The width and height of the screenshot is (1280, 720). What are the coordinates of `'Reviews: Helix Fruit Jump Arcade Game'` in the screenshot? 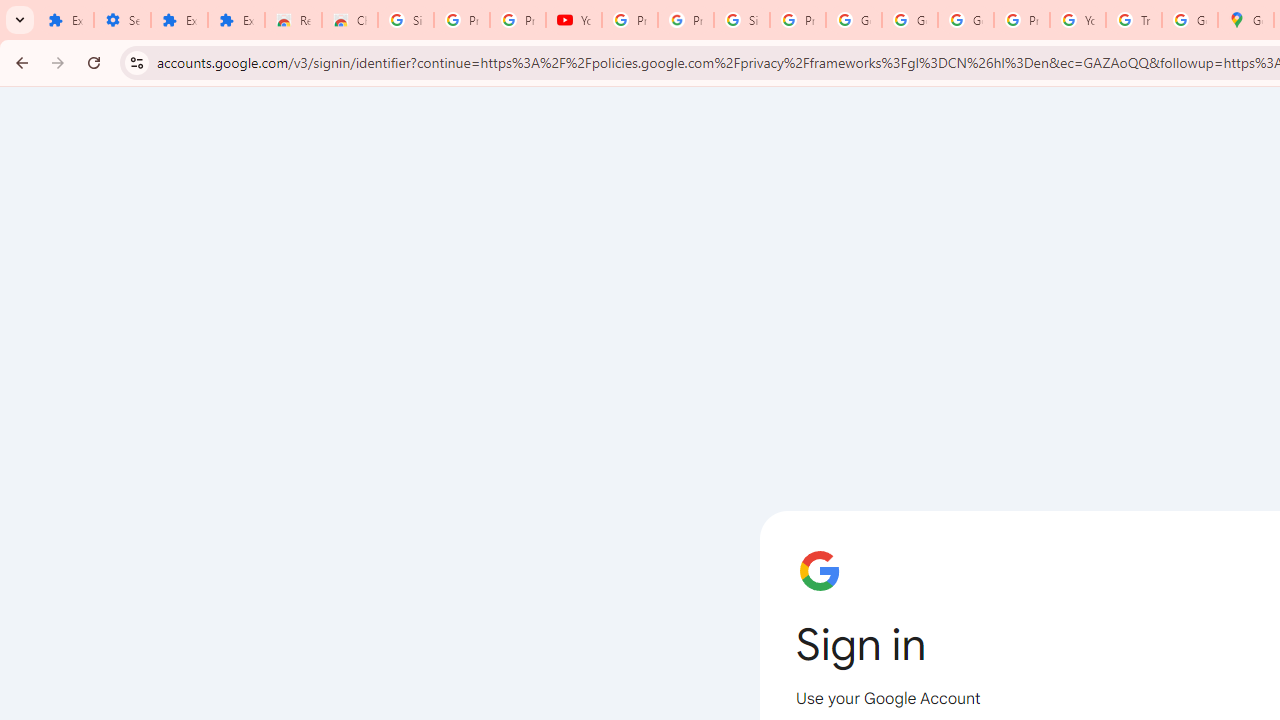 It's located at (292, 20).